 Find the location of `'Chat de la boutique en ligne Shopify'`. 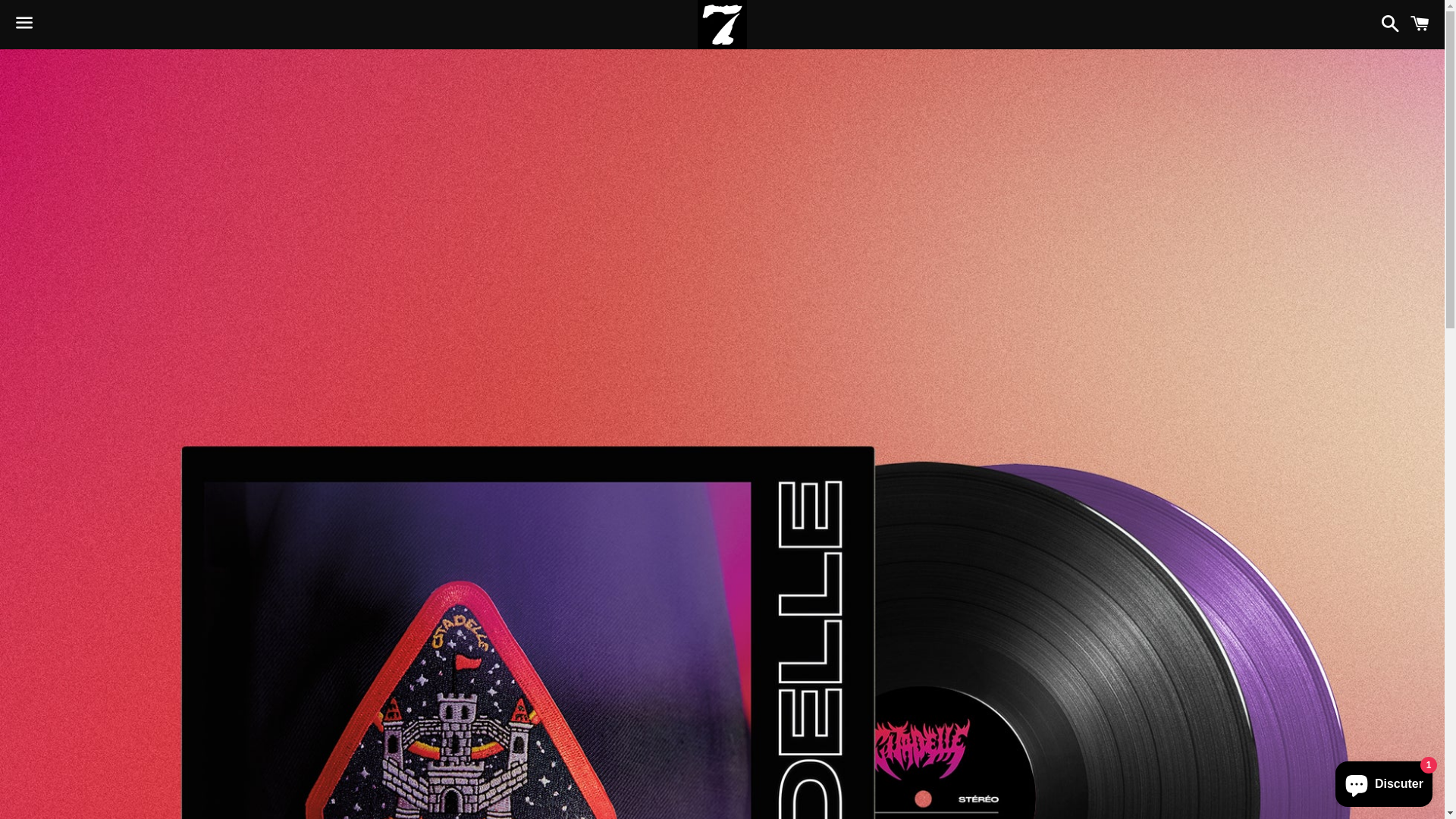

'Chat de la boutique en ligne Shopify' is located at coordinates (1383, 780).